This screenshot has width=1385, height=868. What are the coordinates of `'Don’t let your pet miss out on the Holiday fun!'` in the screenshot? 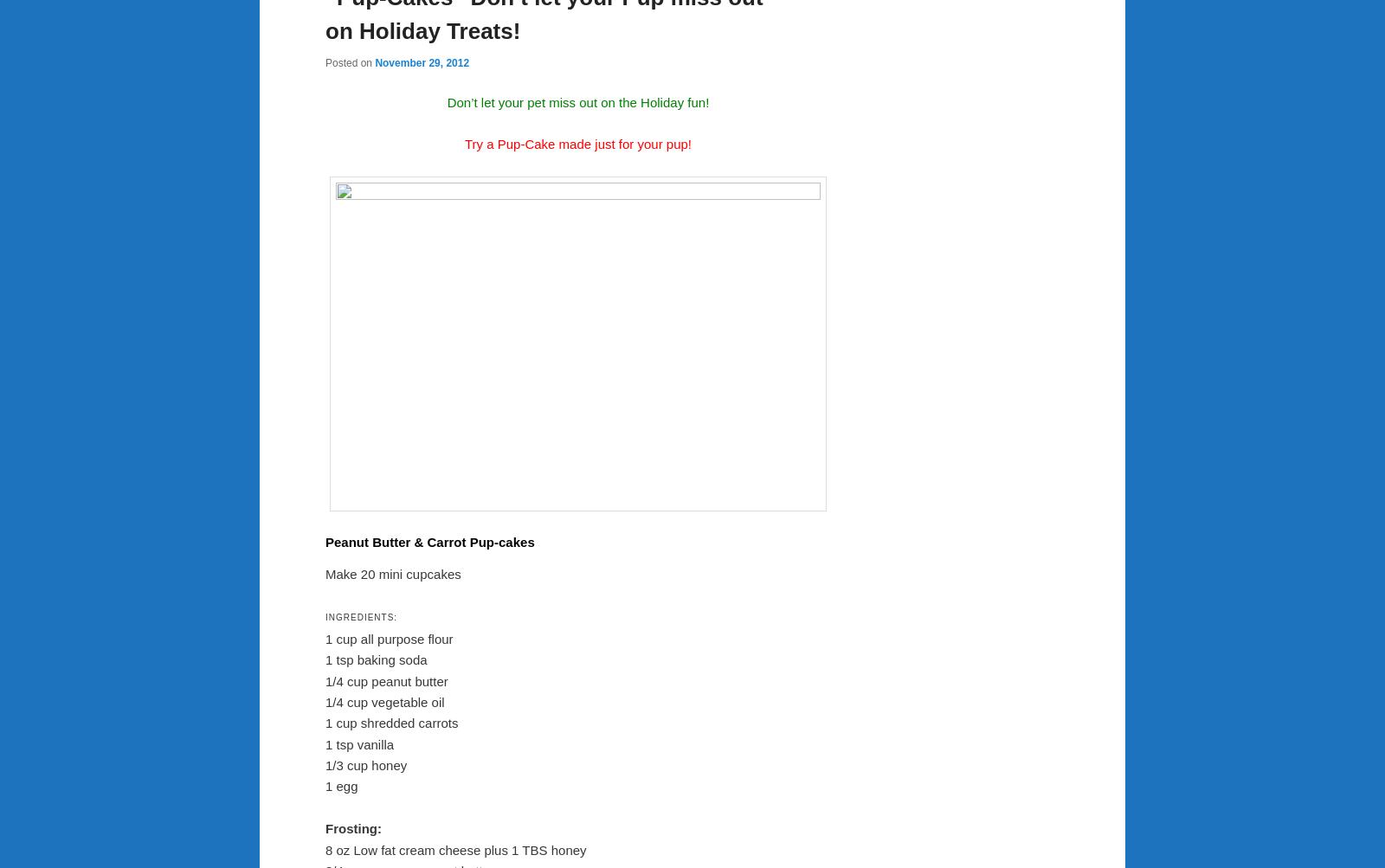 It's located at (446, 100).